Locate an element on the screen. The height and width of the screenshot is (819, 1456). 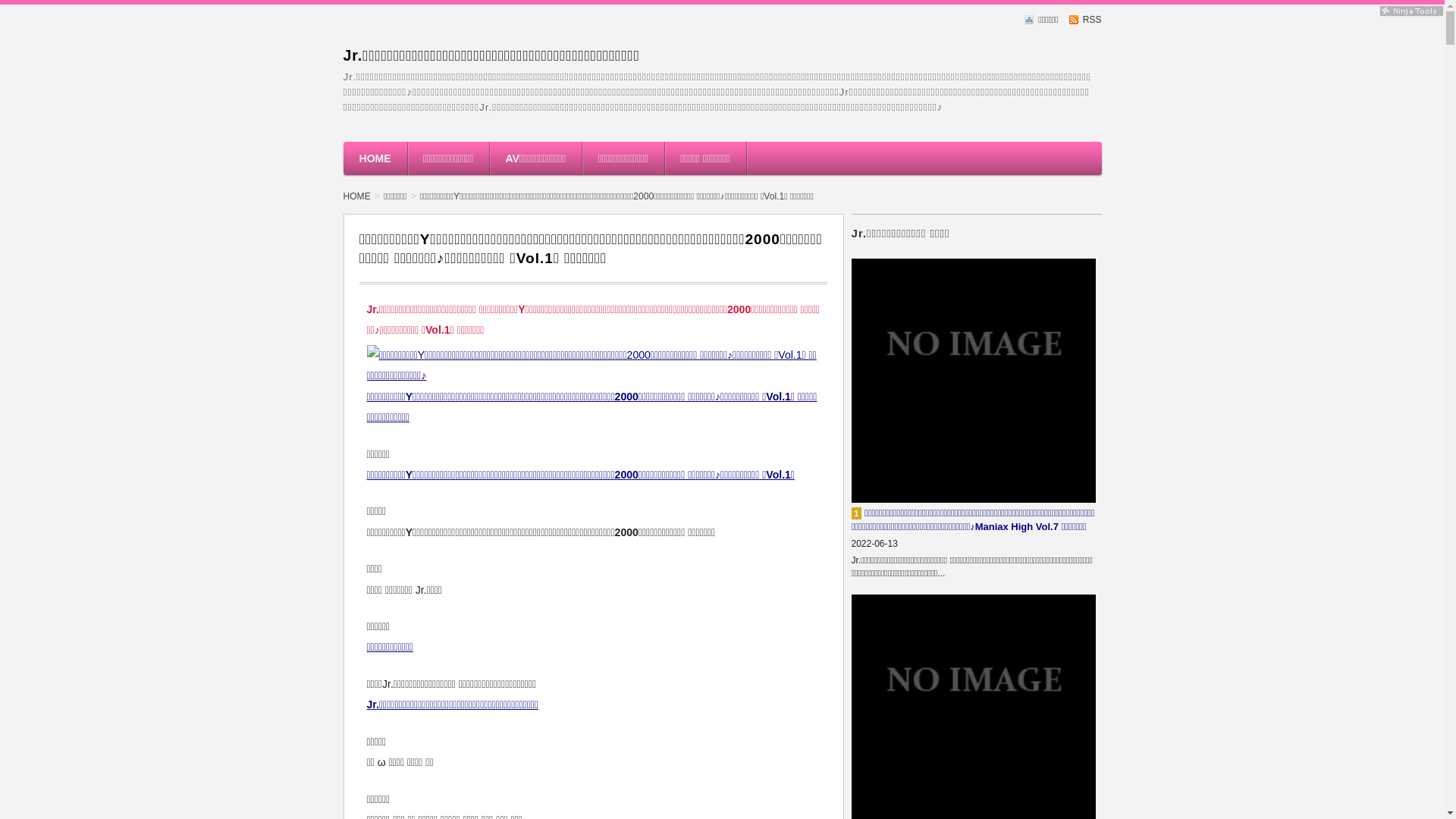
'HOME' is located at coordinates (375, 158).